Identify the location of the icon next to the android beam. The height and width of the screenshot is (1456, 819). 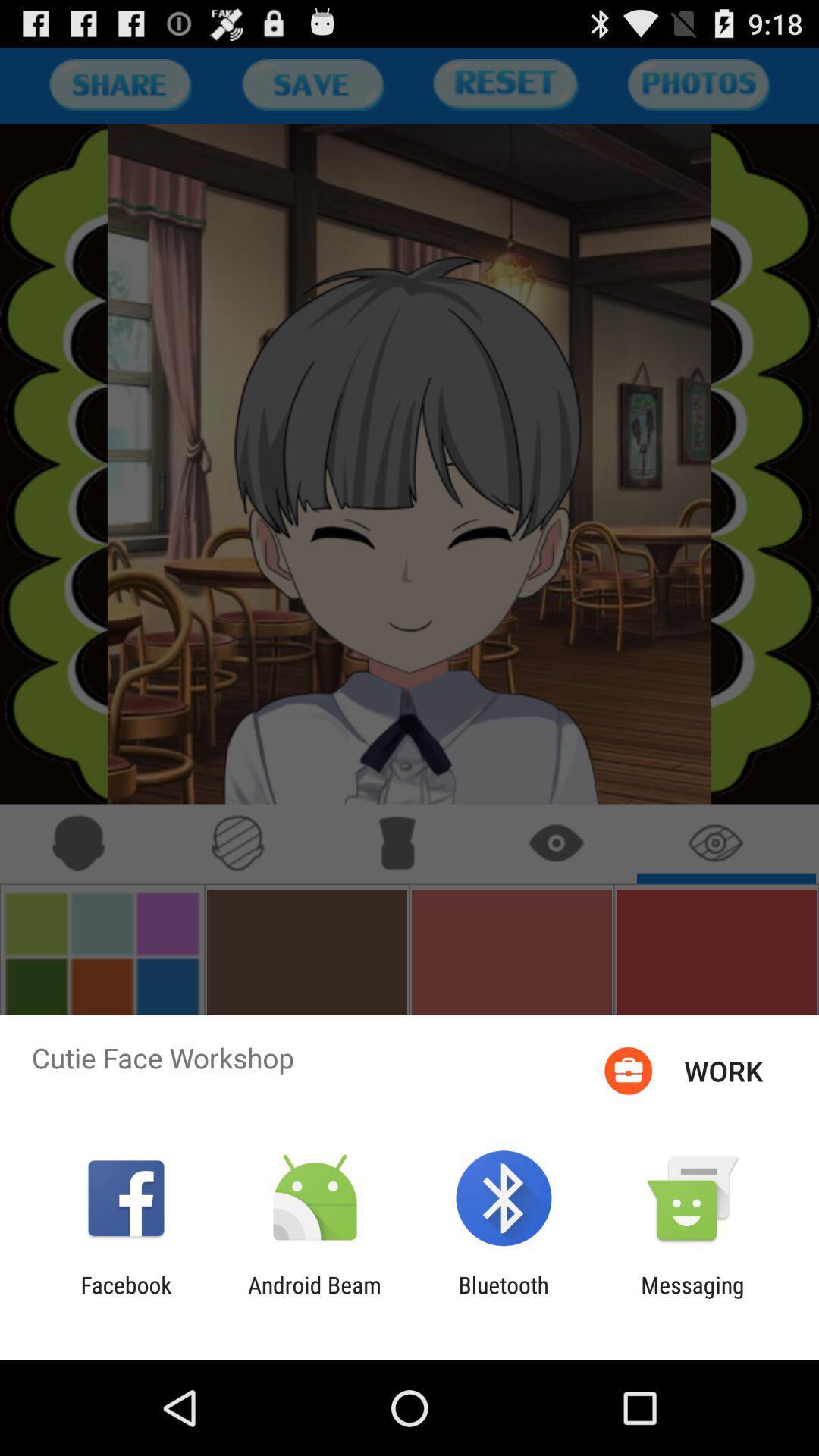
(504, 1298).